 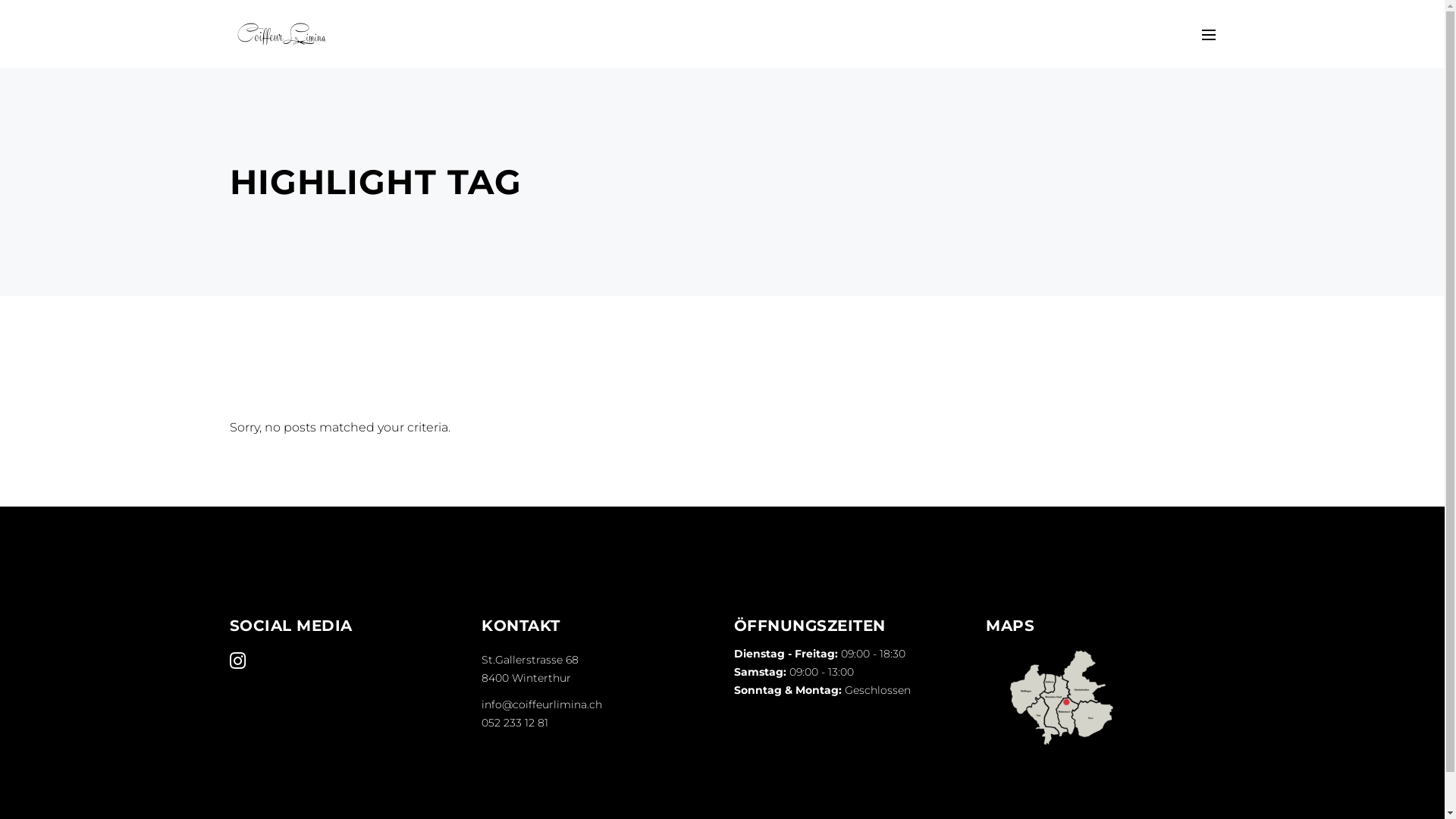 What do you see at coordinates (1061, 698) in the screenshot?
I see `'Maps'` at bounding box center [1061, 698].